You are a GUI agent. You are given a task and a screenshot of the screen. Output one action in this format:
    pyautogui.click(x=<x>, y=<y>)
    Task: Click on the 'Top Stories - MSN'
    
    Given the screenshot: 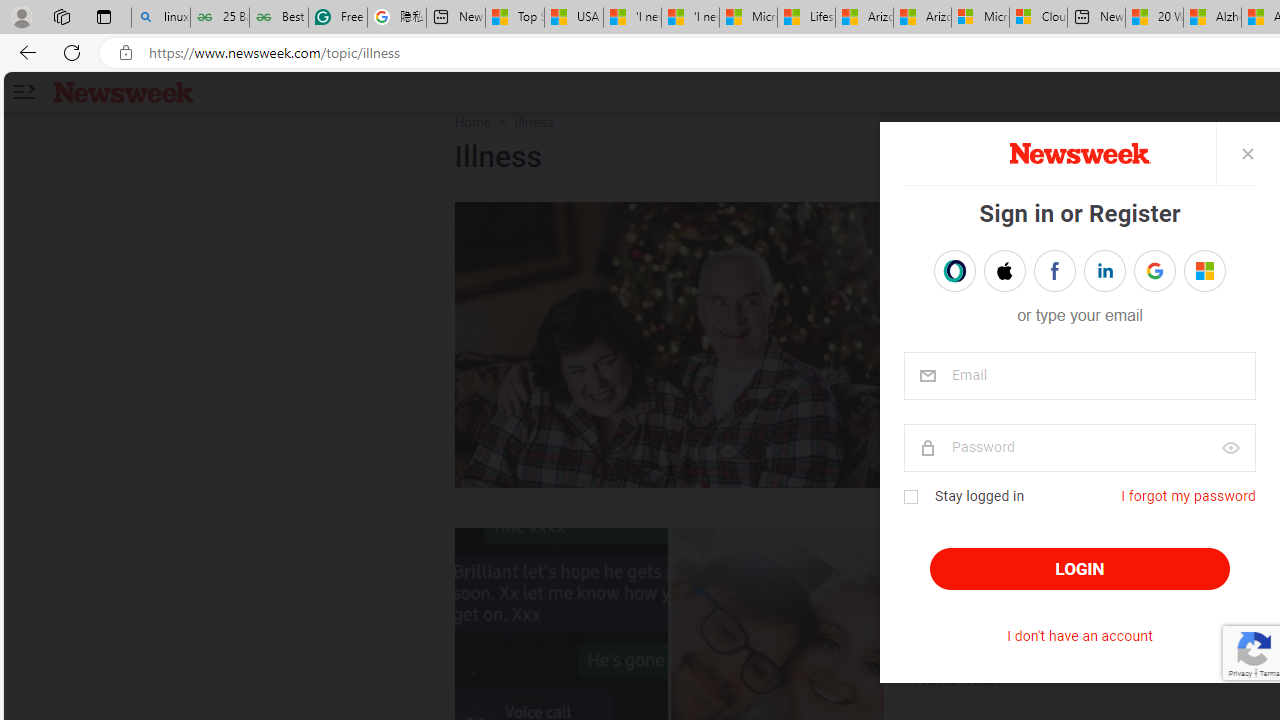 What is the action you would take?
    pyautogui.click(x=515, y=17)
    